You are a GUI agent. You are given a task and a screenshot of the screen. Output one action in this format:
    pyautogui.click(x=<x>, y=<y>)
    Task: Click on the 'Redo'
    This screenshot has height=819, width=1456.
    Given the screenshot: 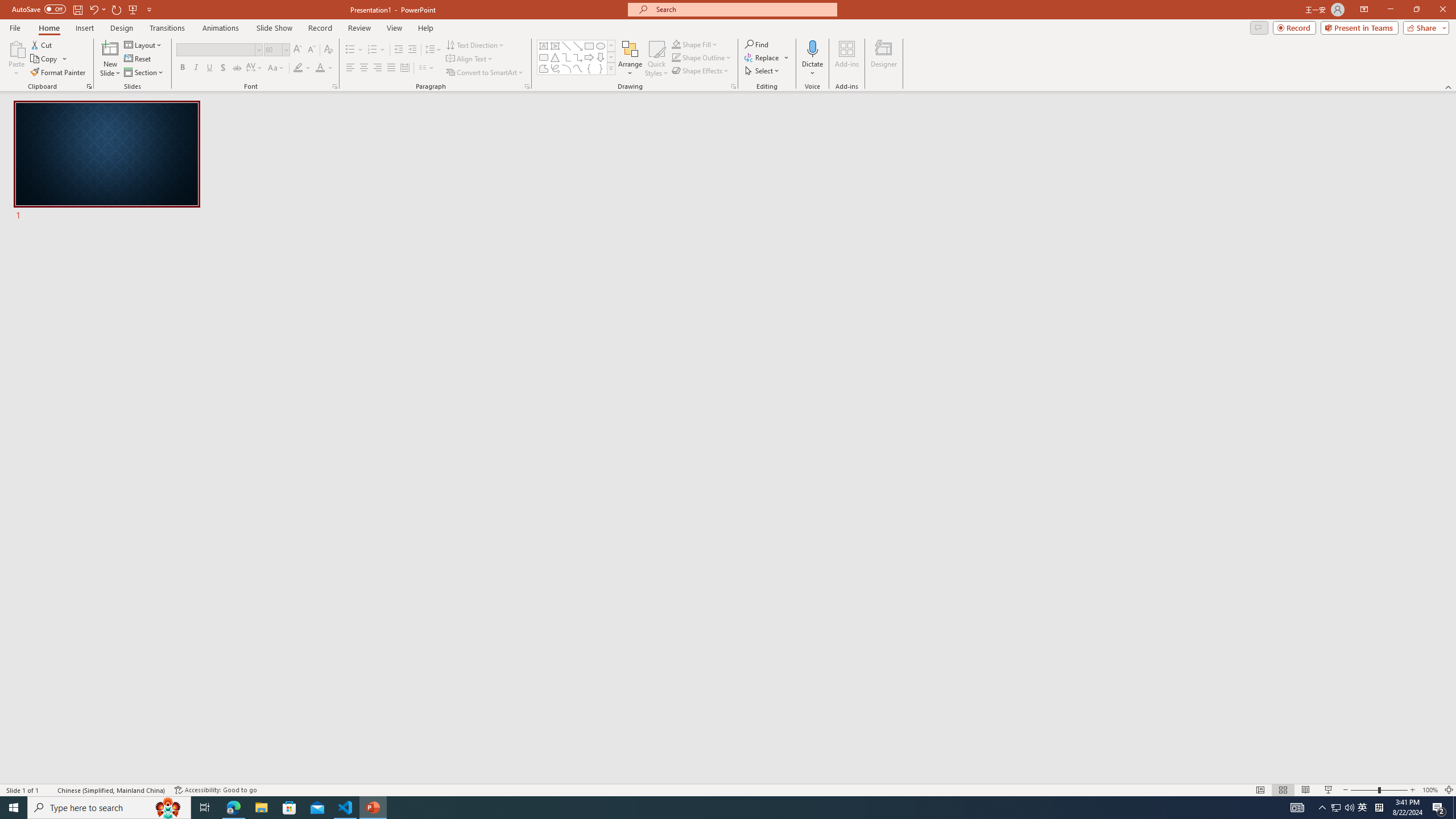 What is the action you would take?
    pyautogui.click(x=117, y=9)
    